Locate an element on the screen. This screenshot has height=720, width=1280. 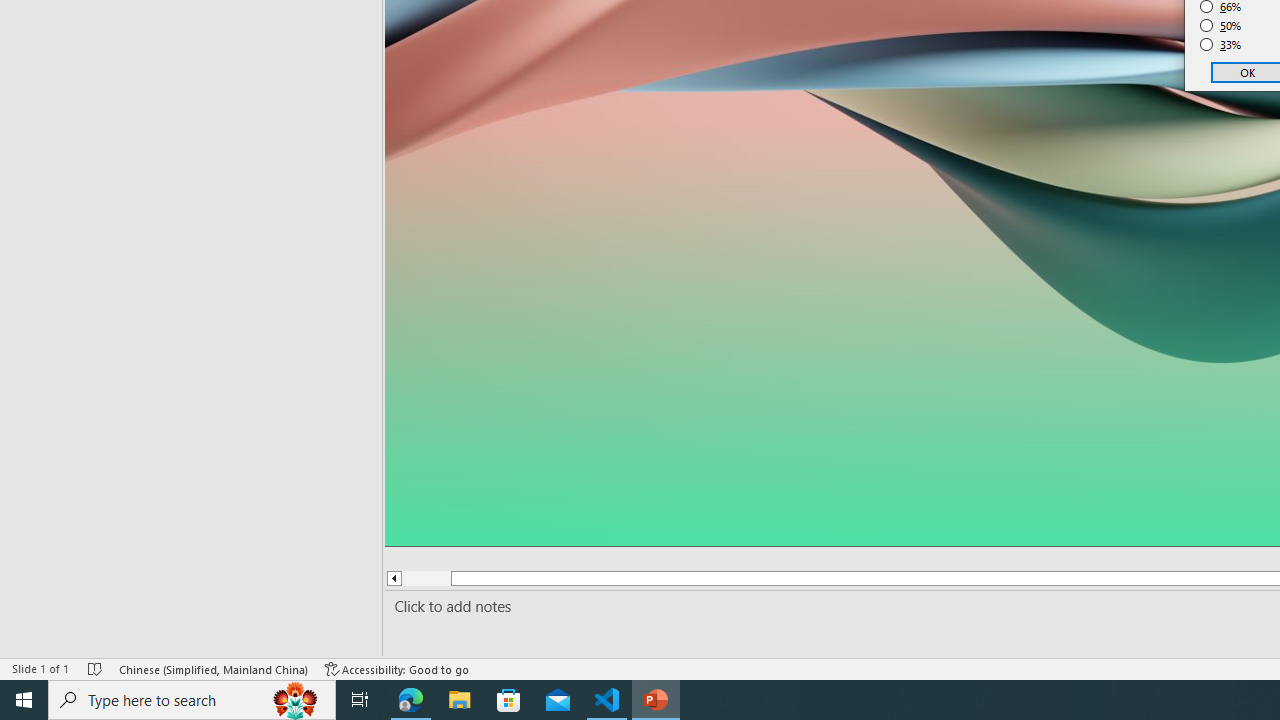
'Type here to search' is located at coordinates (192, 698).